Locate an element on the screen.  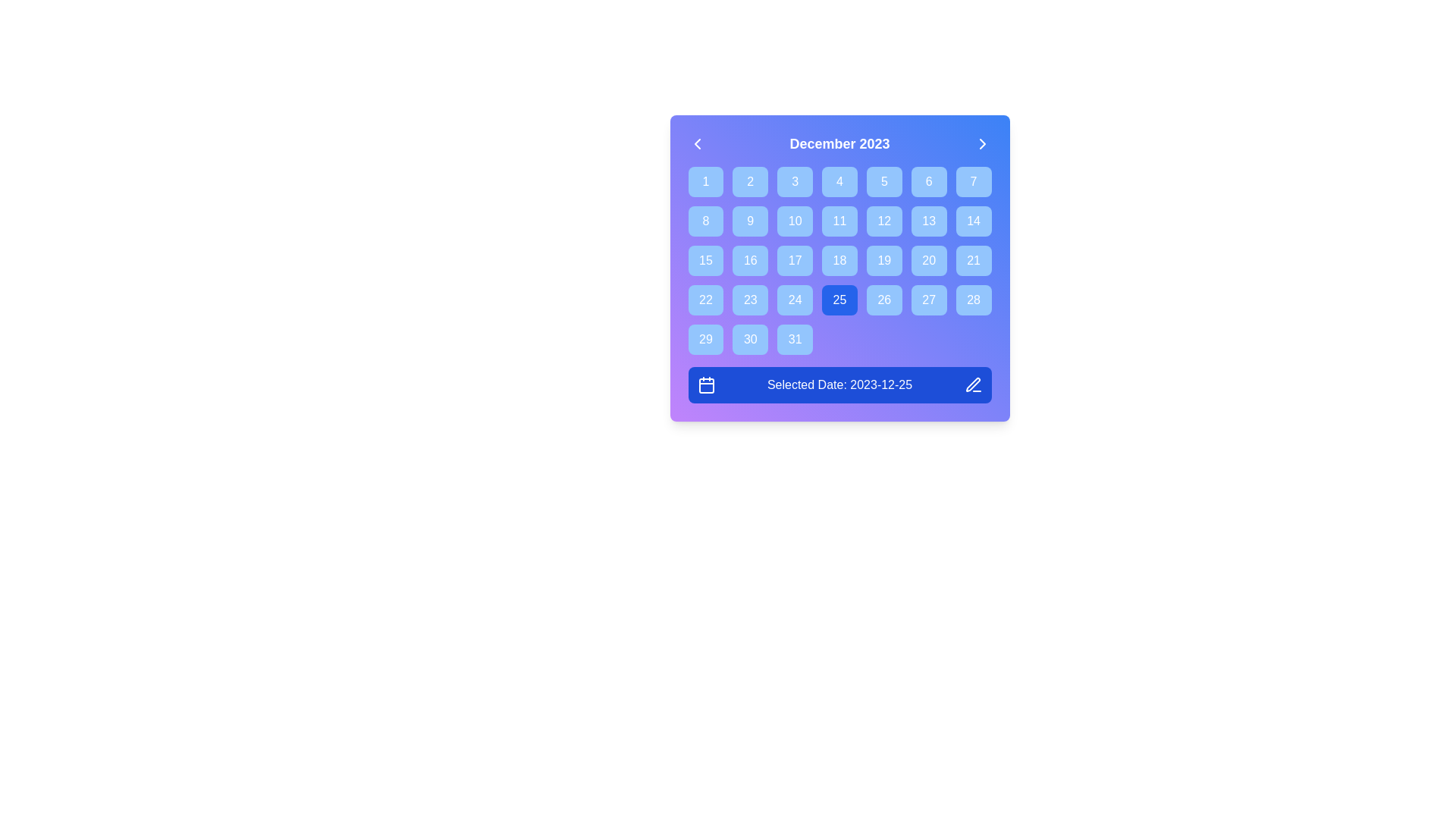
the rounded rectangular button with a light blue background and white numeral '3' in a calendar interface is located at coordinates (794, 180).